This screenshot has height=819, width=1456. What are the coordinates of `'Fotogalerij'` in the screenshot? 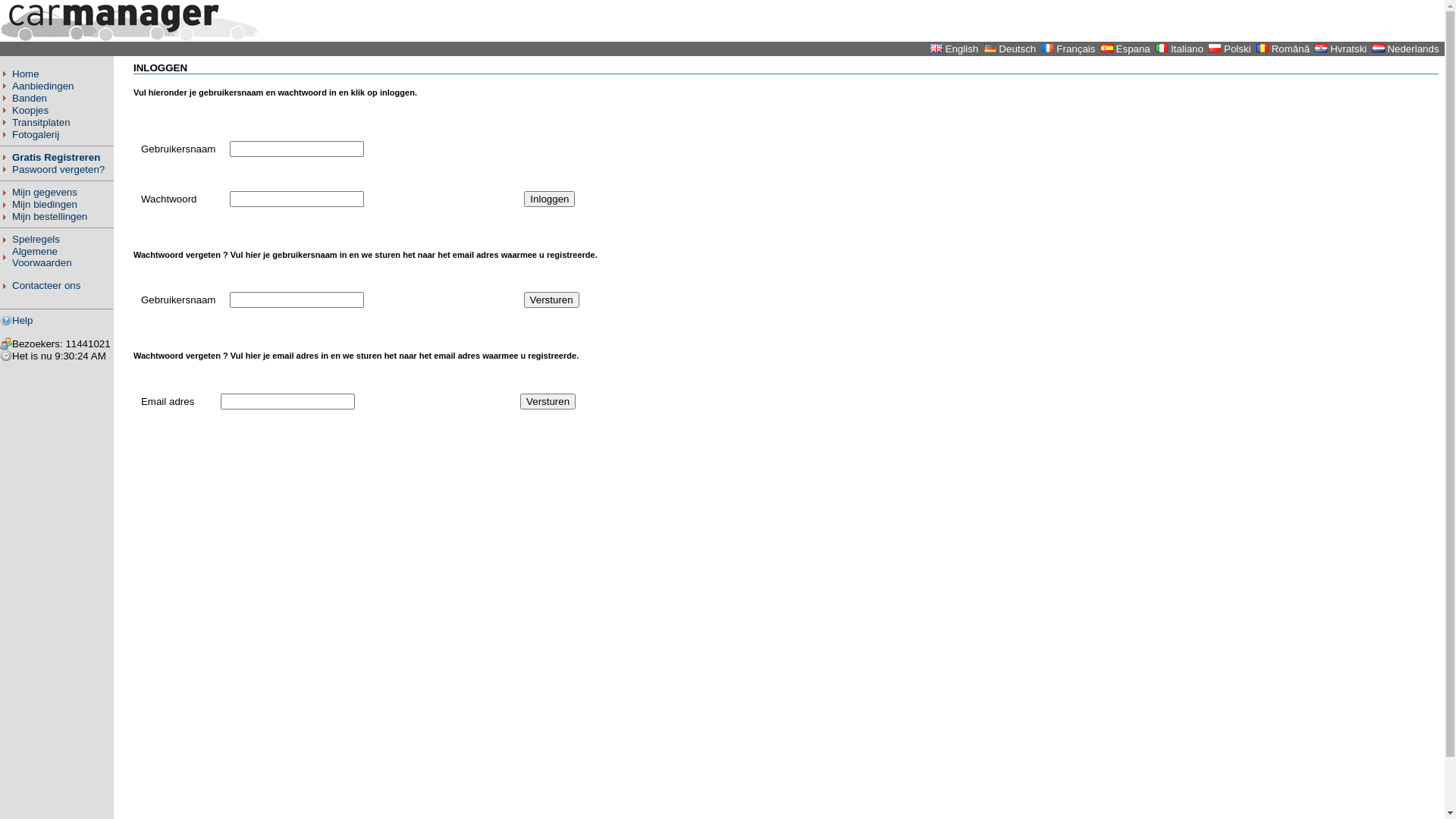 It's located at (36, 133).